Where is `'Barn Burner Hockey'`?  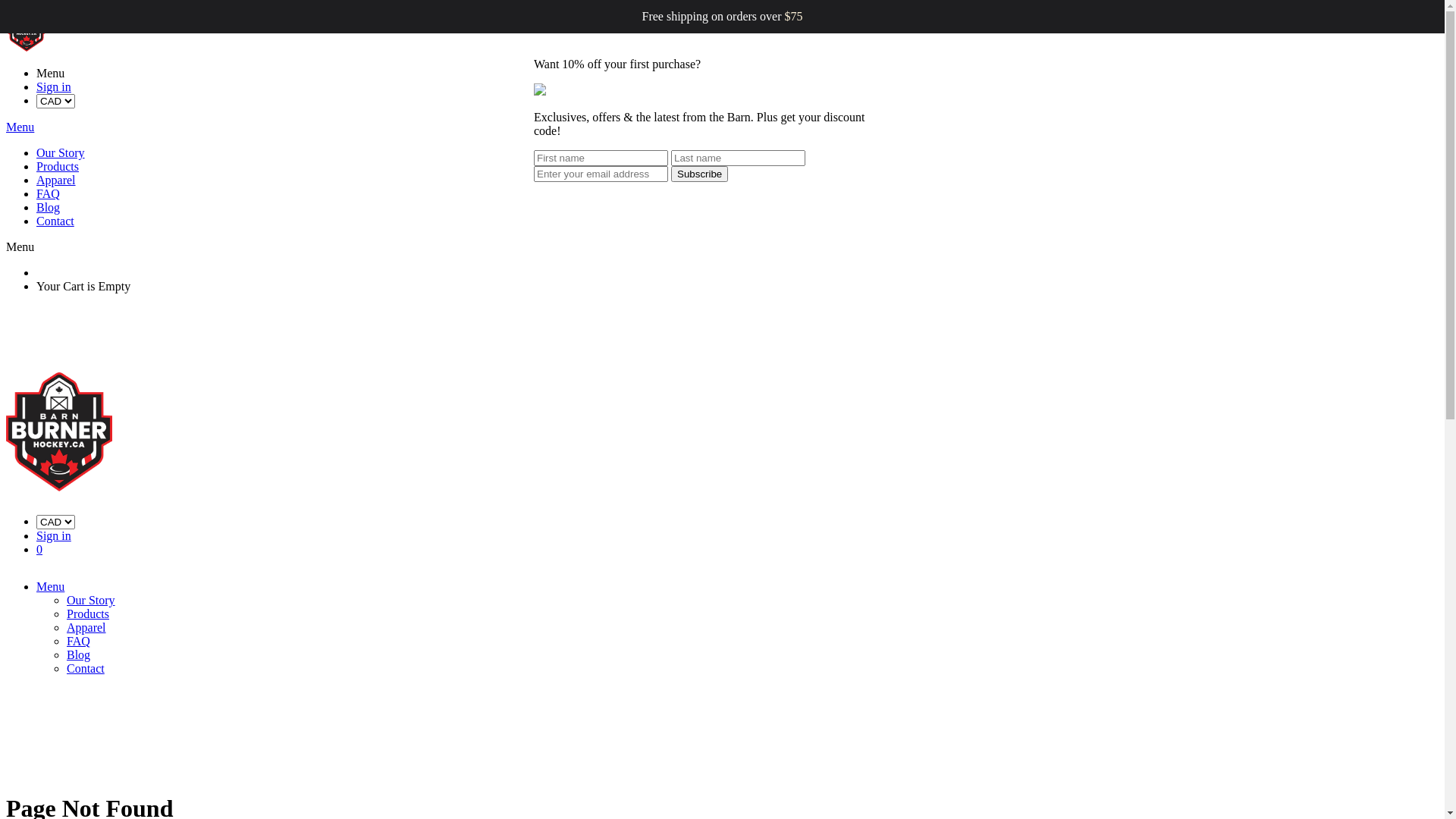 'Barn Burner Hockey' is located at coordinates (6, 431).